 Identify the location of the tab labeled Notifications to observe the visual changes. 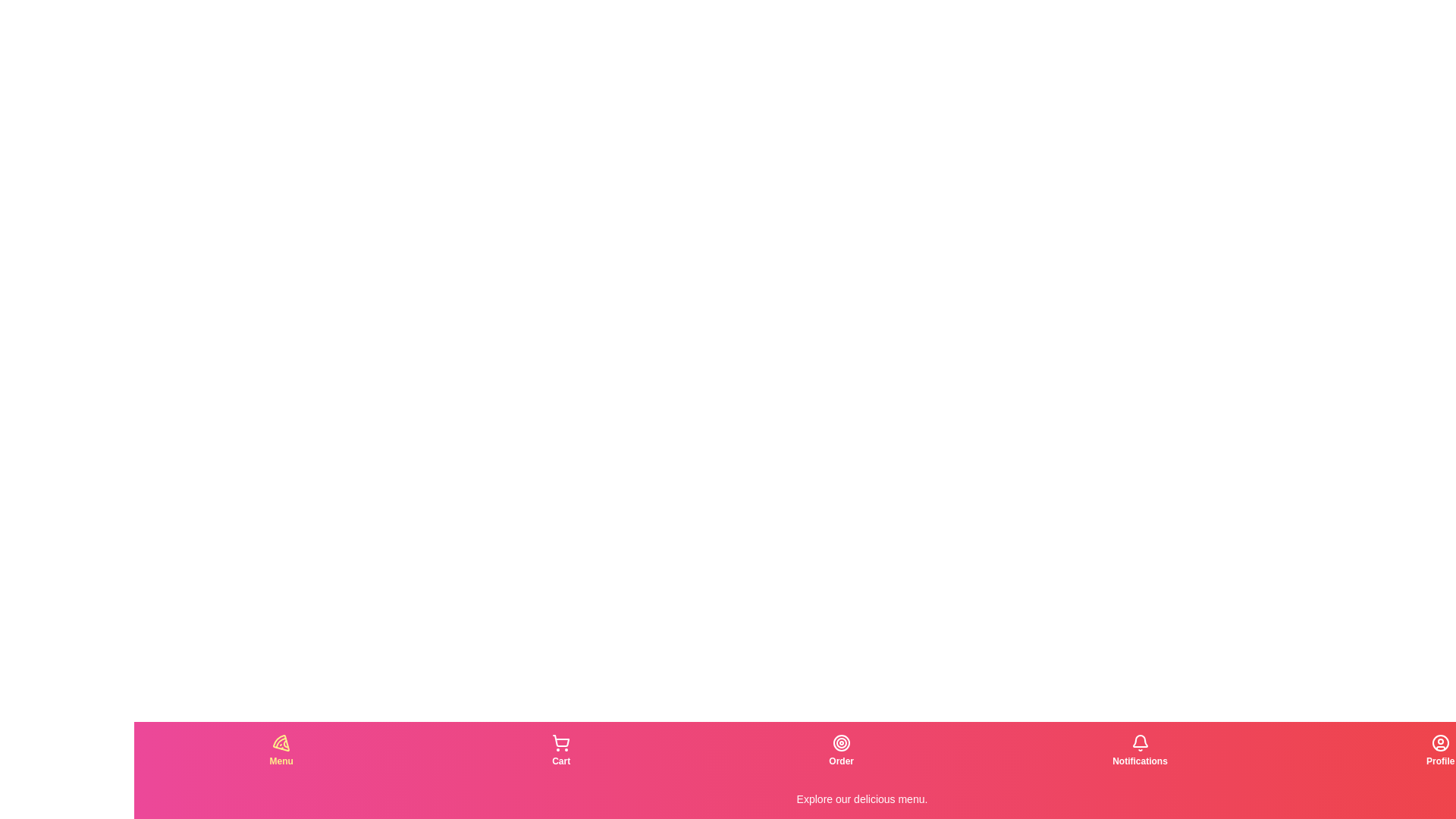
(1139, 751).